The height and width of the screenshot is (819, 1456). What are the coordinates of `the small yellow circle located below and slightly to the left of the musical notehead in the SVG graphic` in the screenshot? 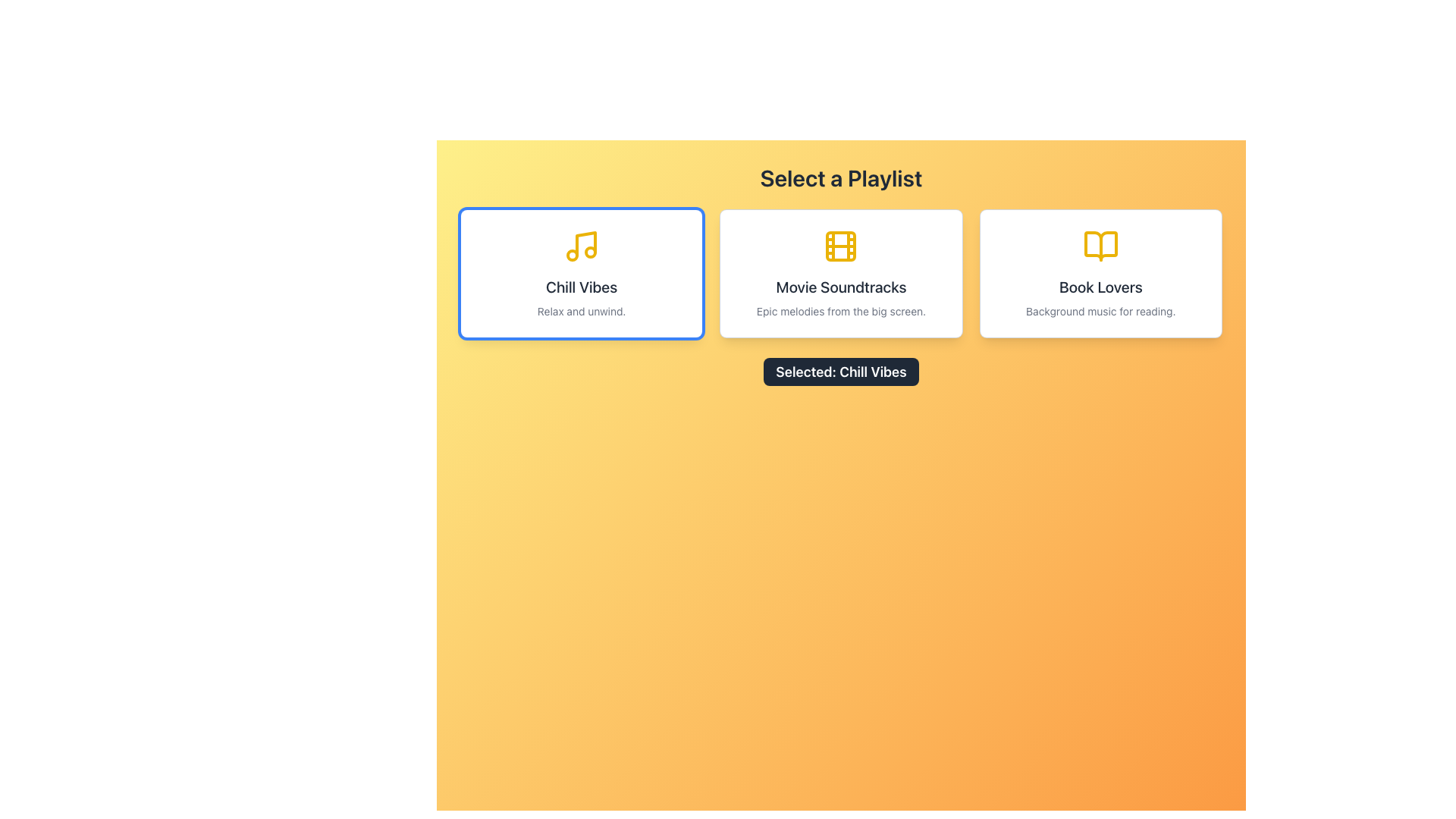 It's located at (572, 254).